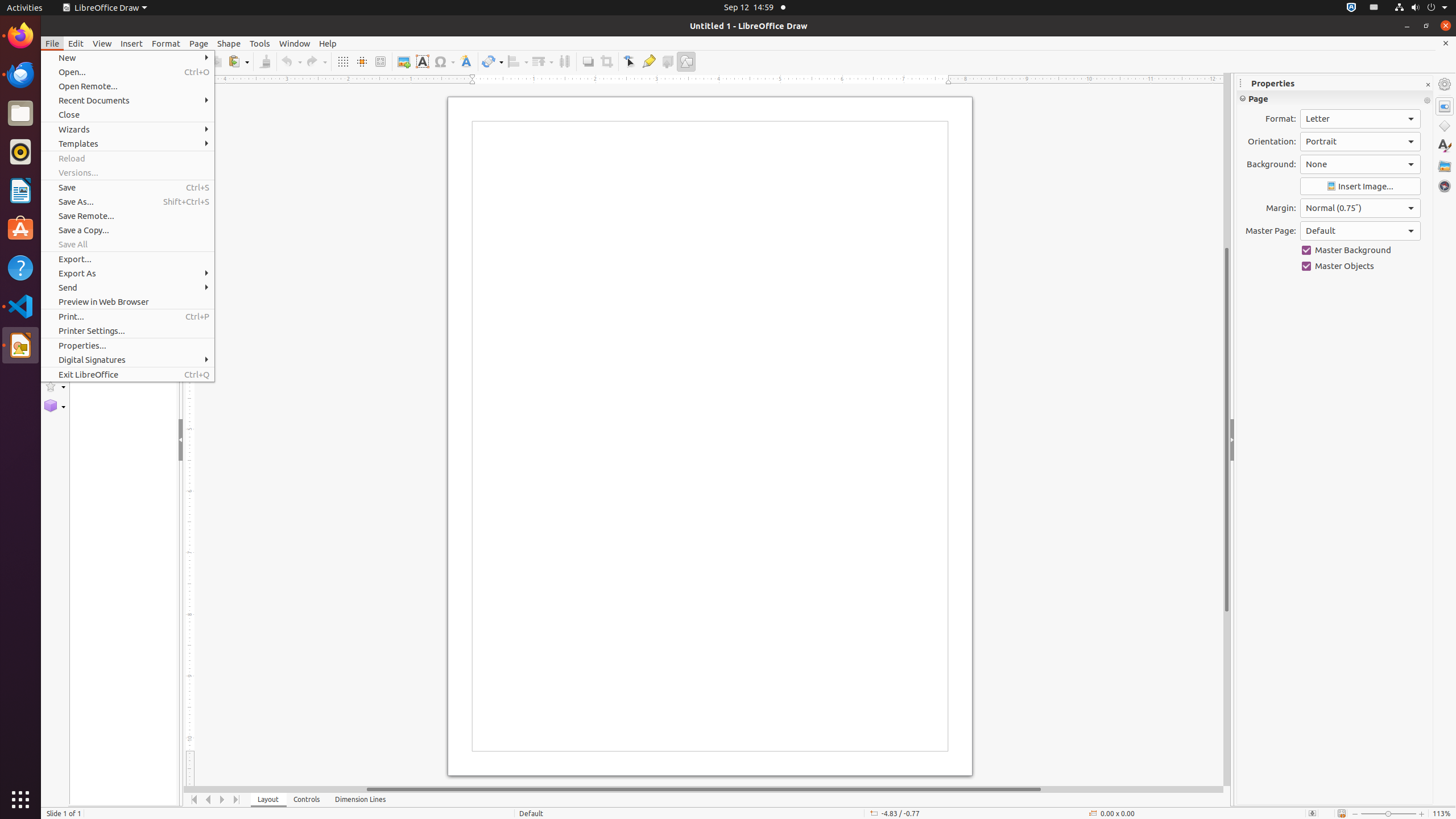 This screenshot has width=1456, height=819. Describe the element at coordinates (342, 61) in the screenshot. I see `'Grid'` at that location.